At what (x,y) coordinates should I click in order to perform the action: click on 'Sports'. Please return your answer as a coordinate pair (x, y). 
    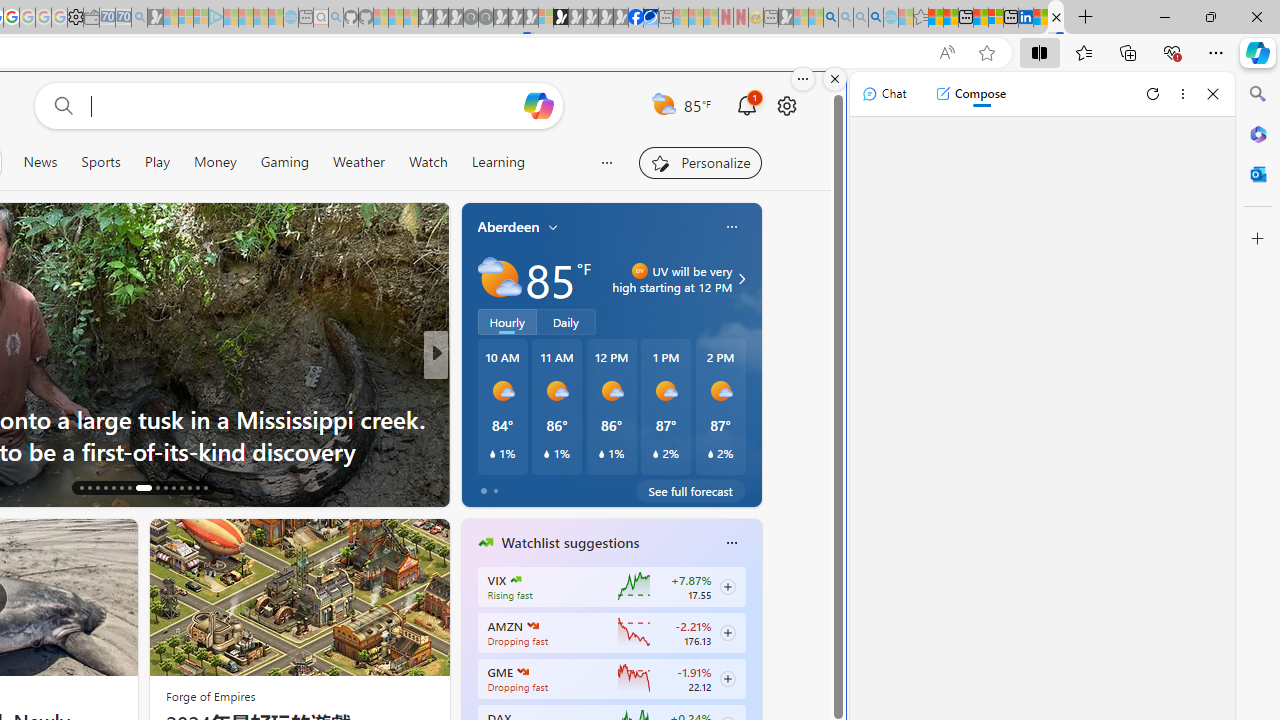
    Looking at the image, I should click on (100, 161).